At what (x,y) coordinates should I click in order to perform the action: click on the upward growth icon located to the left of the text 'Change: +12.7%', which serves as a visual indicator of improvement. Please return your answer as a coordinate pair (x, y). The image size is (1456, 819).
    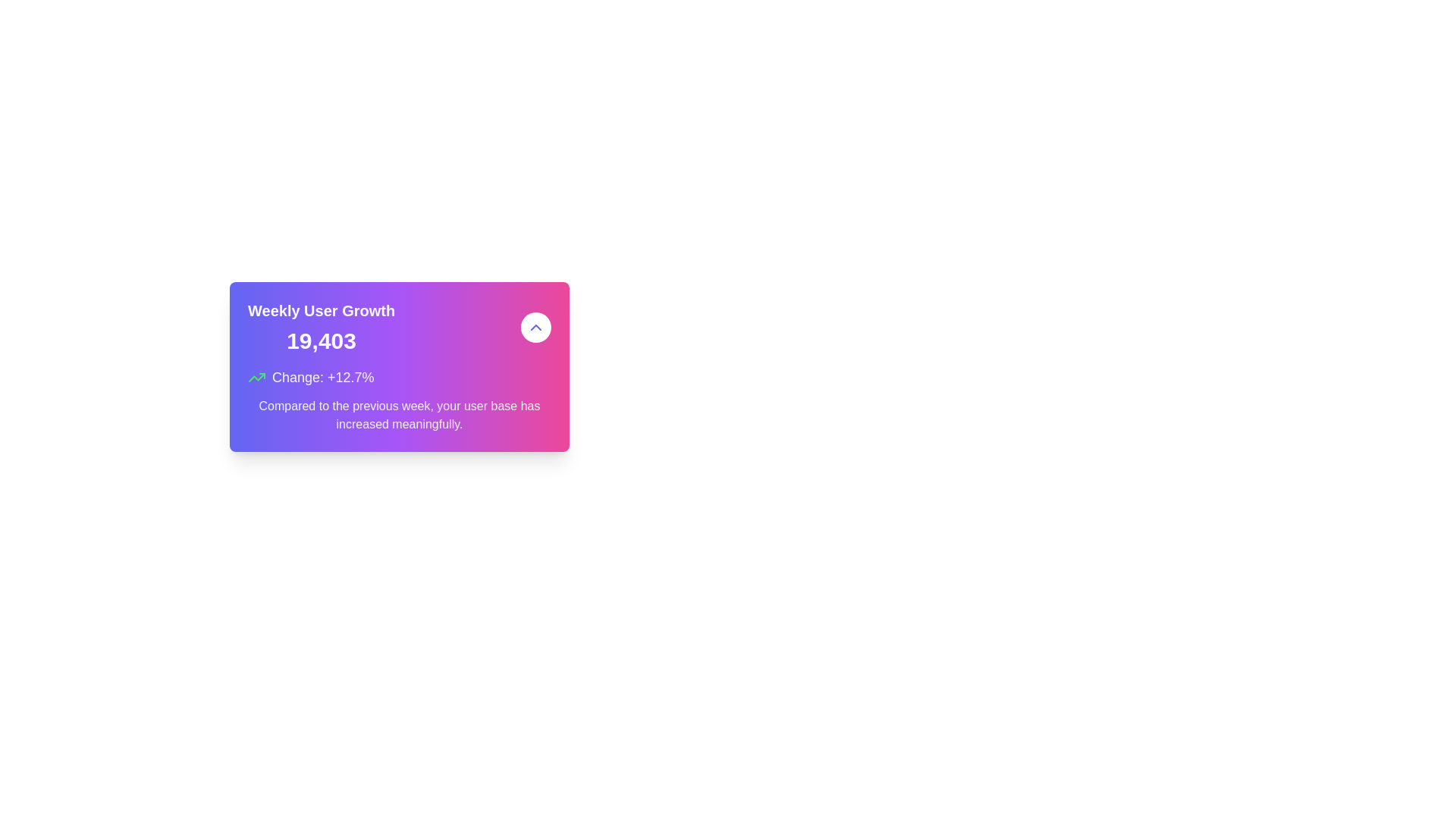
    Looking at the image, I should click on (257, 376).